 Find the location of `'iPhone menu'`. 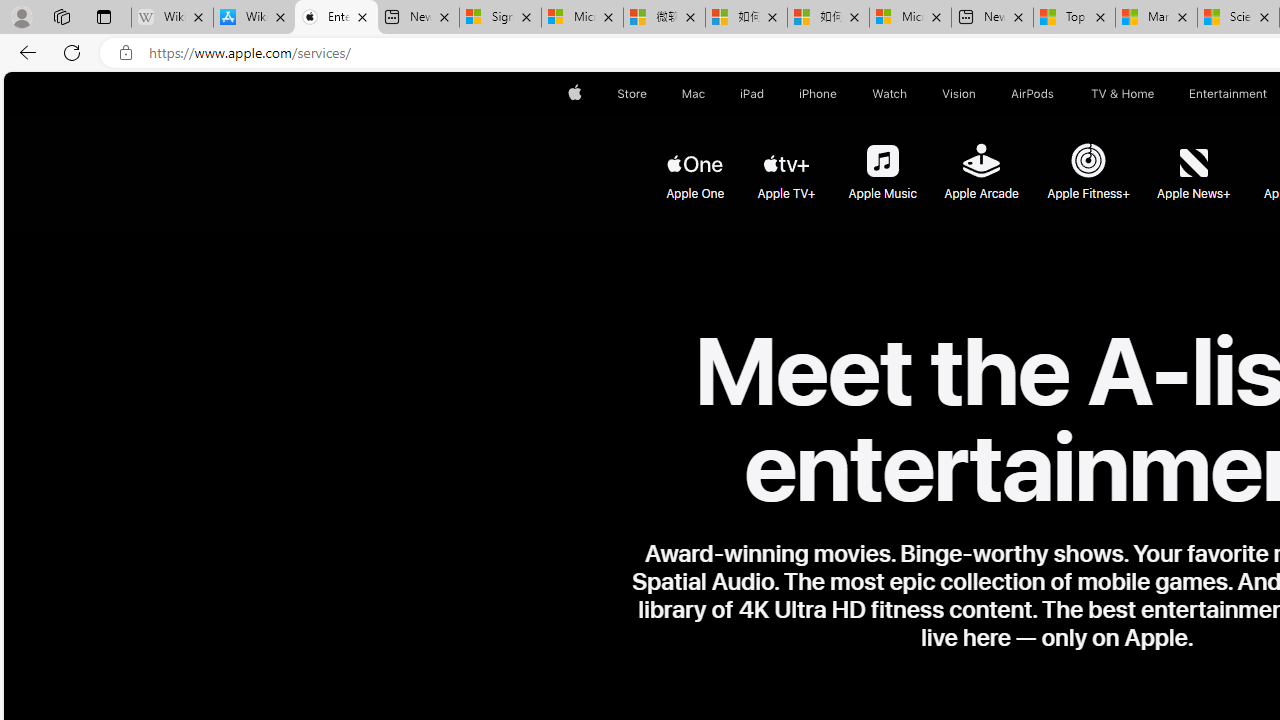

'iPhone menu' is located at coordinates (840, 93).